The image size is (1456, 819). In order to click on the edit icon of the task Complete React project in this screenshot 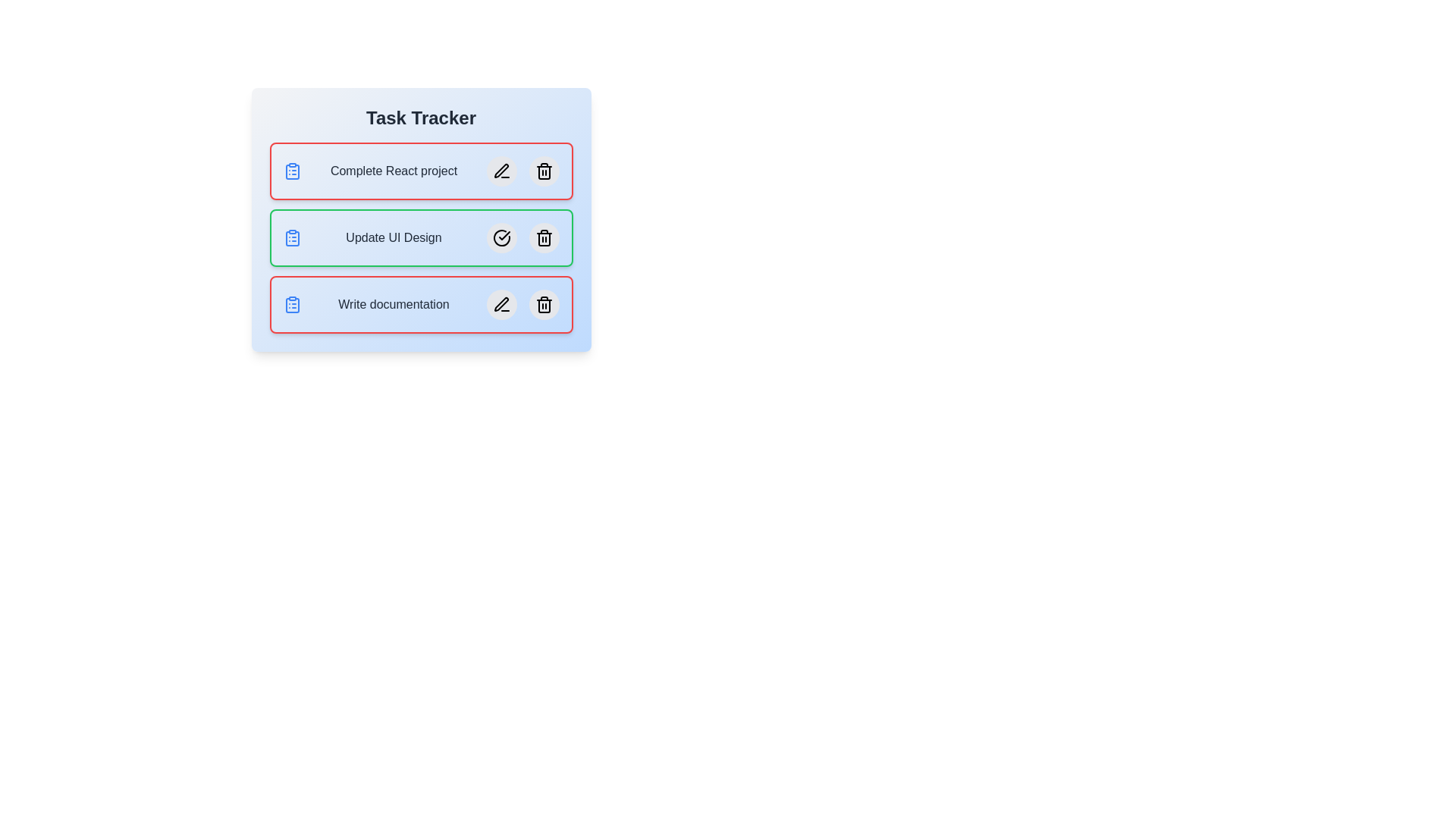, I will do `click(501, 171)`.